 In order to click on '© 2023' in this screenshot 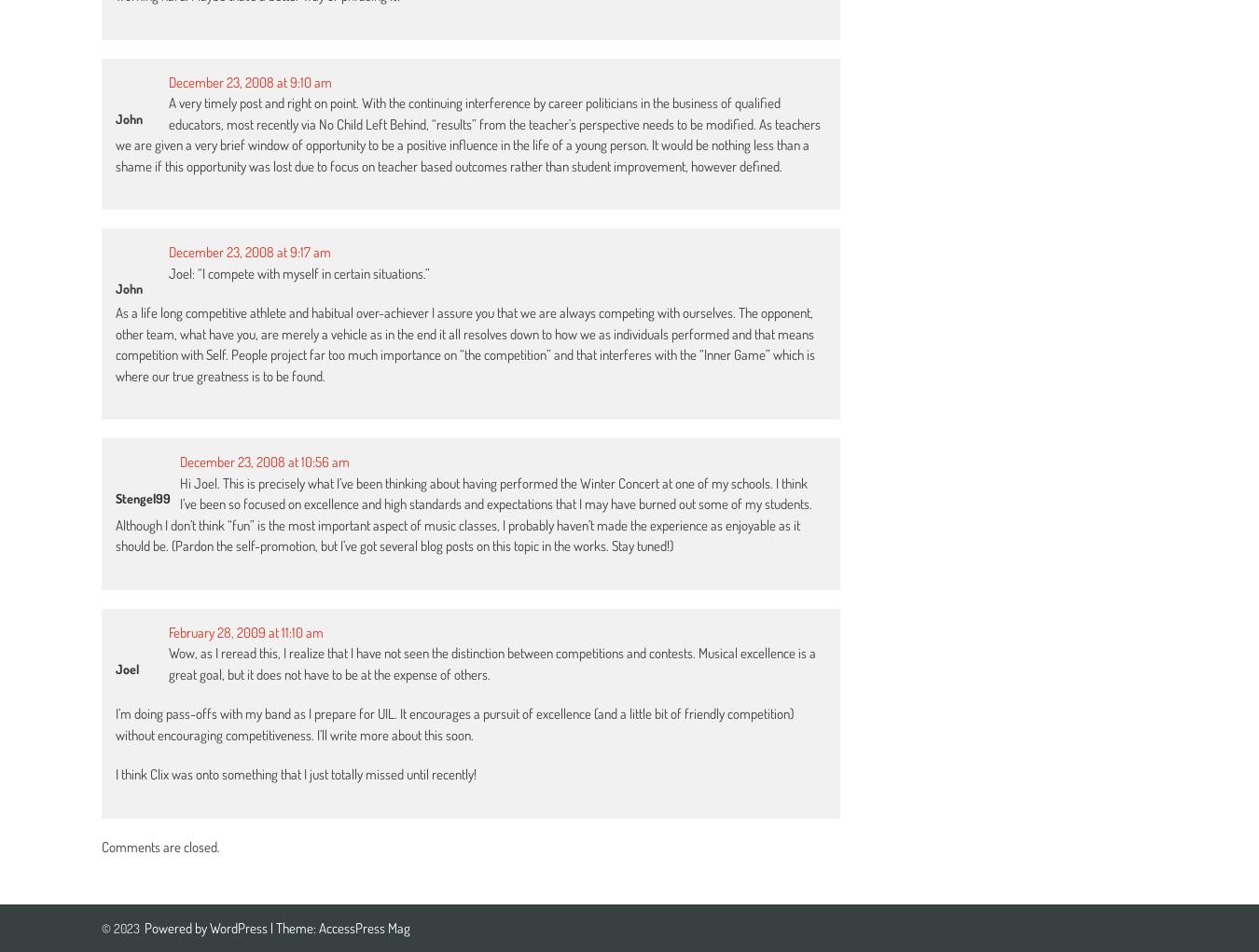, I will do `click(120, 928)`.